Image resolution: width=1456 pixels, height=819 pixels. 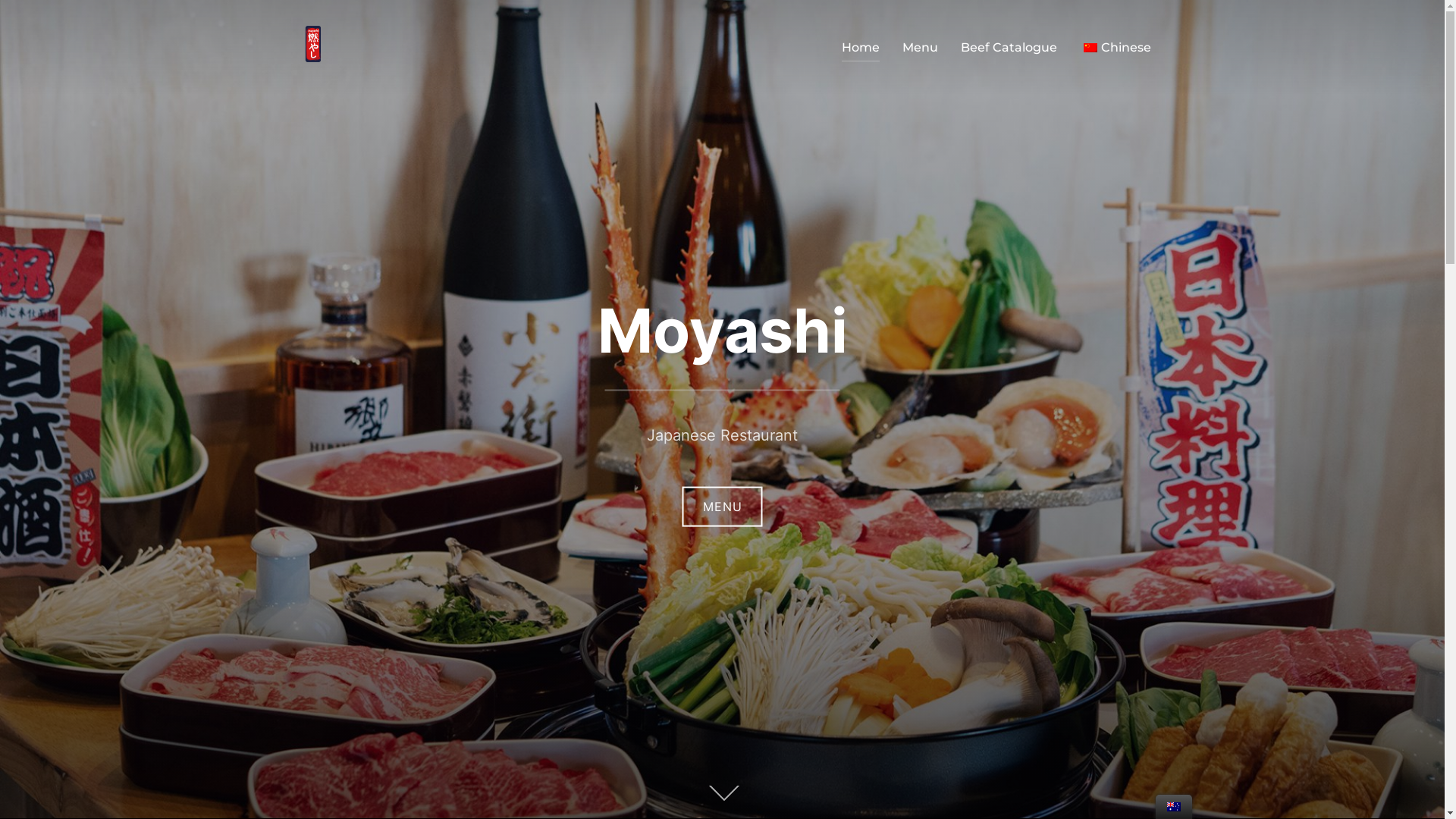 I want to click on 'Beef Catalogue', so click(x=1008, y=46).